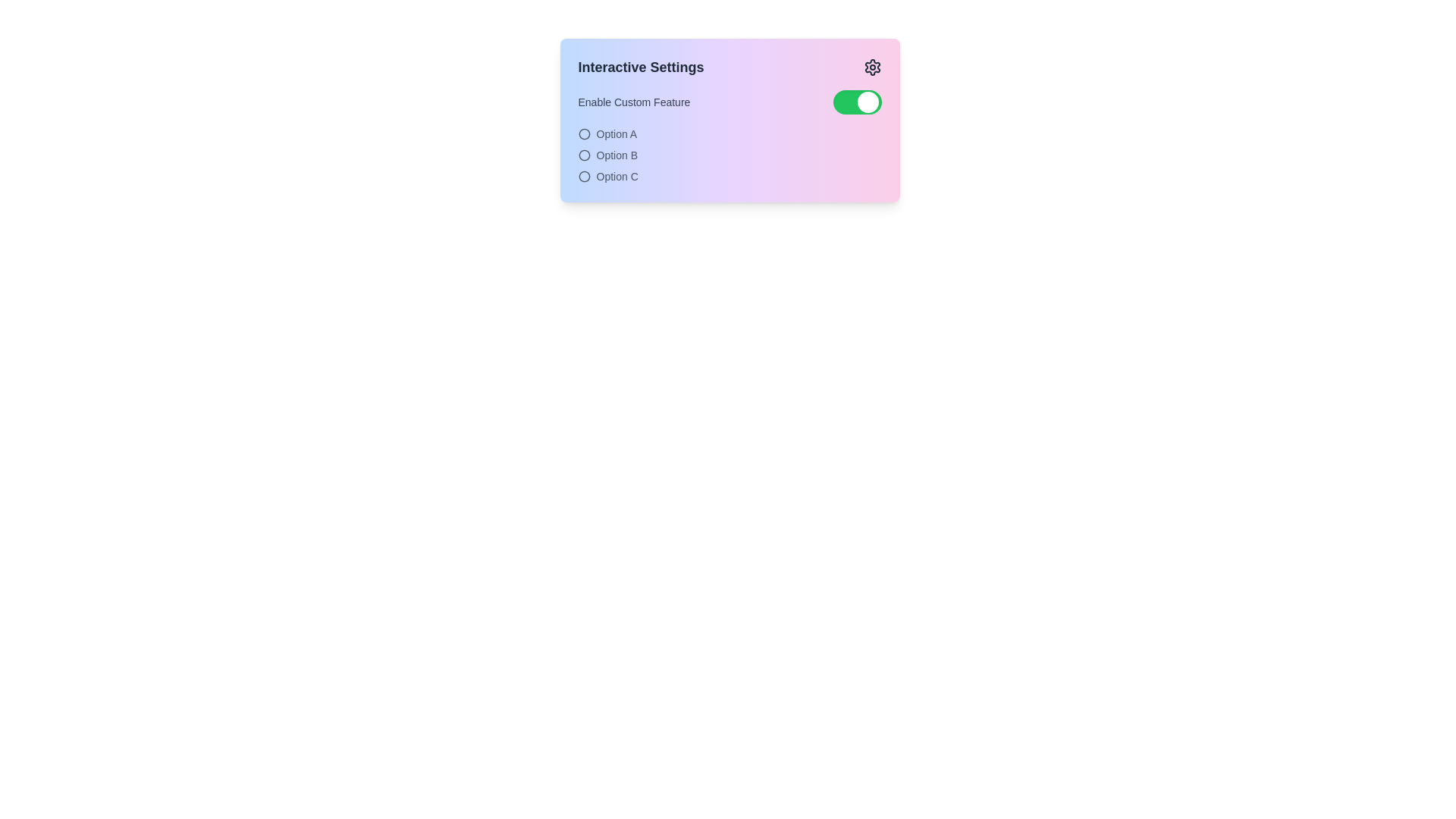 Image resolution: width=1456 pixels, height=819 pixels. Describe the element at coordinates (583, 175) in the screenshot. I see `the radio button for 'Option C' using keyboard navigation` at that location.